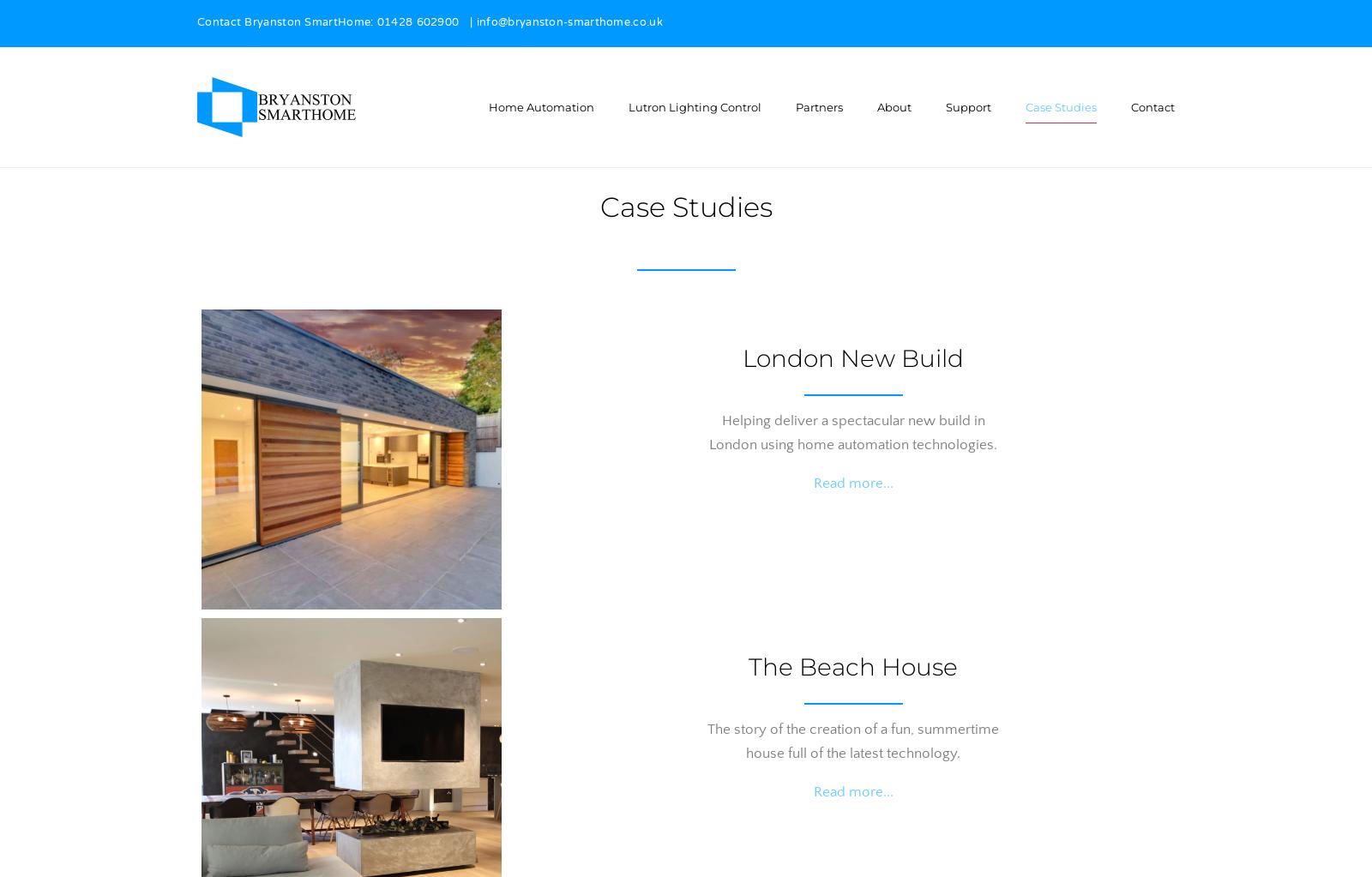  What do you see at coordinates (466, 23) in the screenshot?
I see `'|'` at bounding box center [466, 23].